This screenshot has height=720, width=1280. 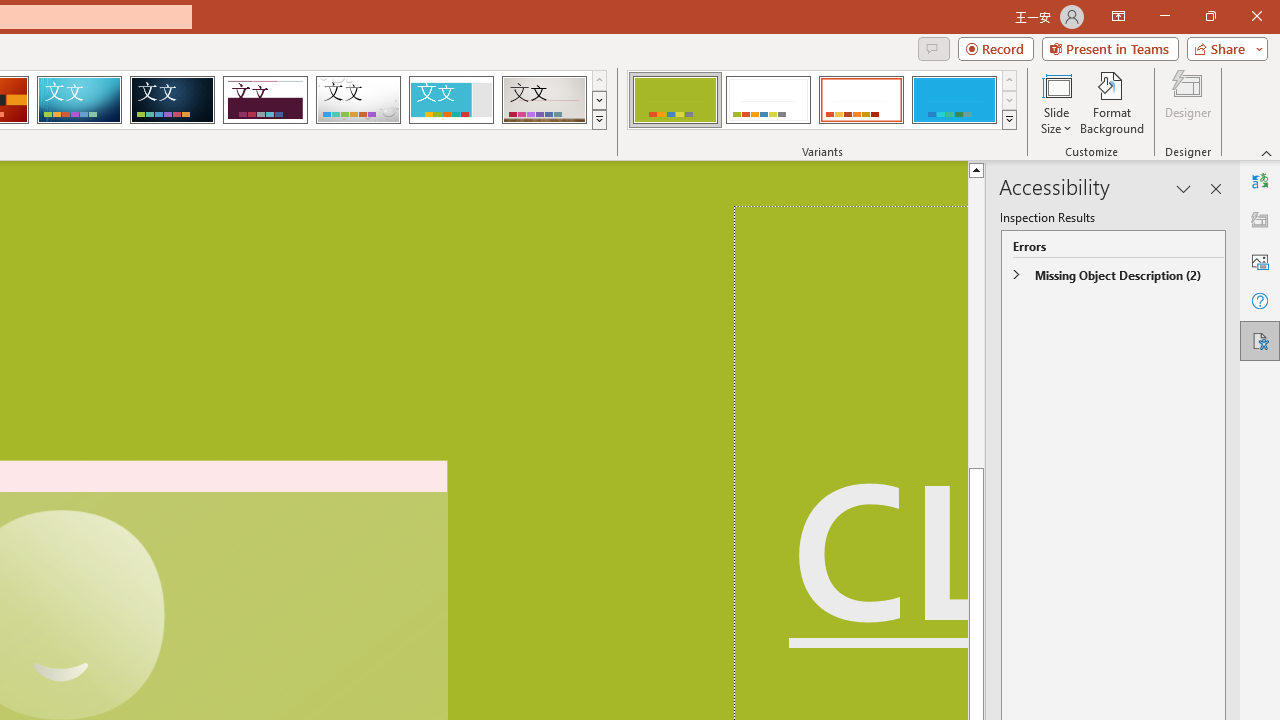 What do you see at coordinates (675, 100) in the screenshot?
I see `'Basis Variant 1'` at bounding box center [675, 100].